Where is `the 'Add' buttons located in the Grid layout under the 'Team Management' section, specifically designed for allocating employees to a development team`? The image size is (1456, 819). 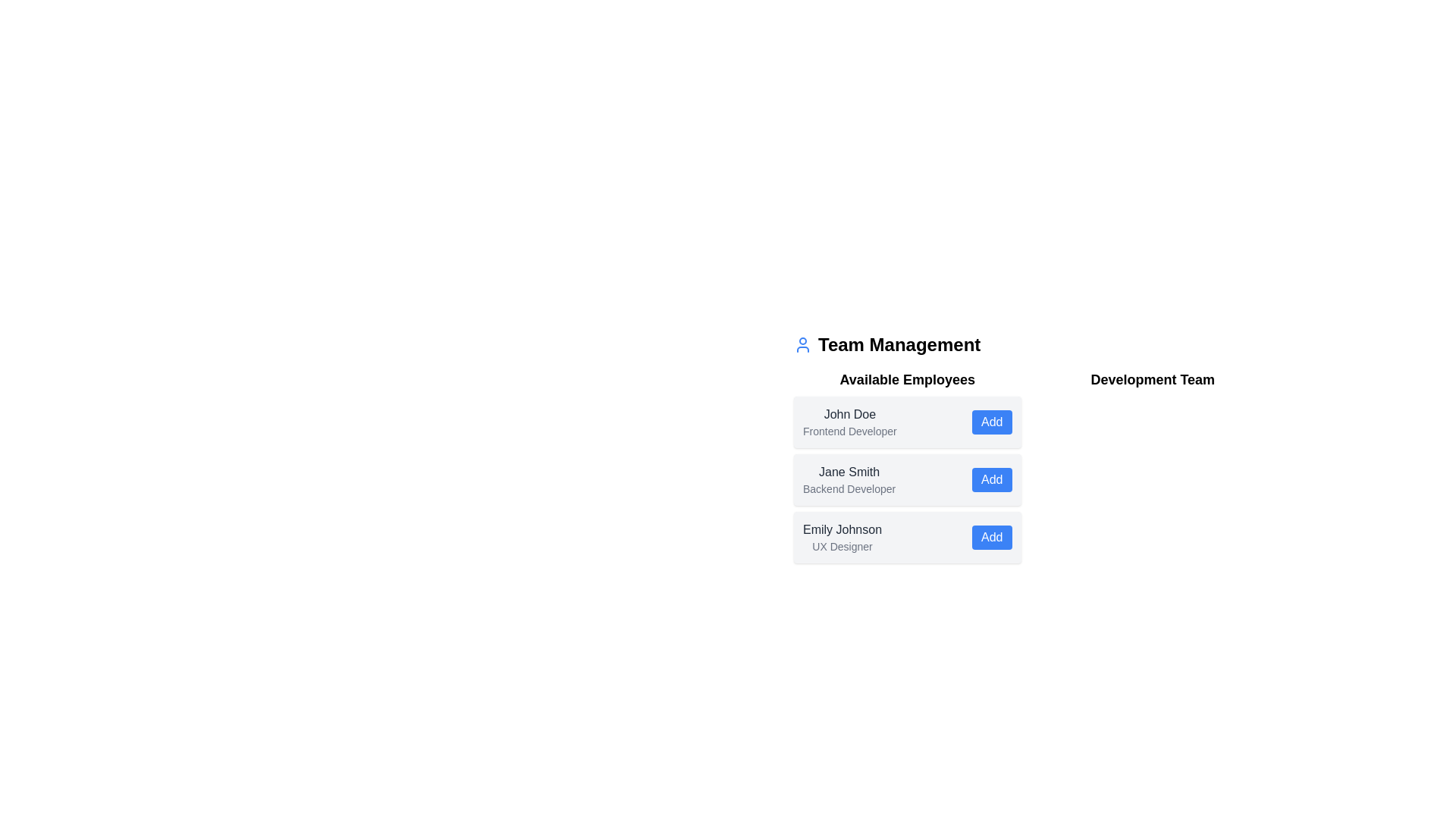
the 'Add' buttons located in the Grid layout under the 'Team Management' section, specifically designed for allocating employees to a development team is located at coordinates (1030, 465).